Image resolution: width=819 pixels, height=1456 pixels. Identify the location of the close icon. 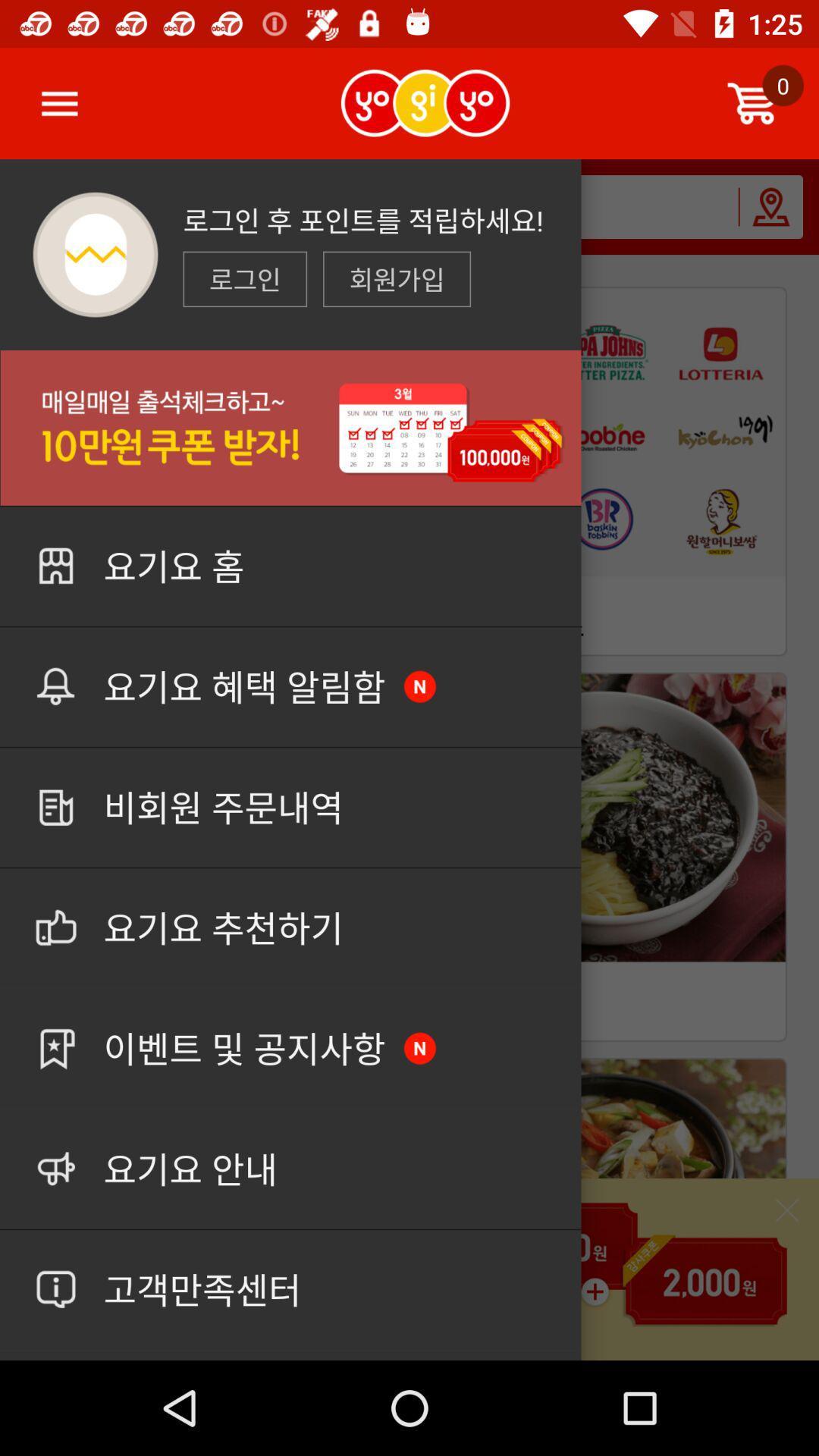
(786, 1210).